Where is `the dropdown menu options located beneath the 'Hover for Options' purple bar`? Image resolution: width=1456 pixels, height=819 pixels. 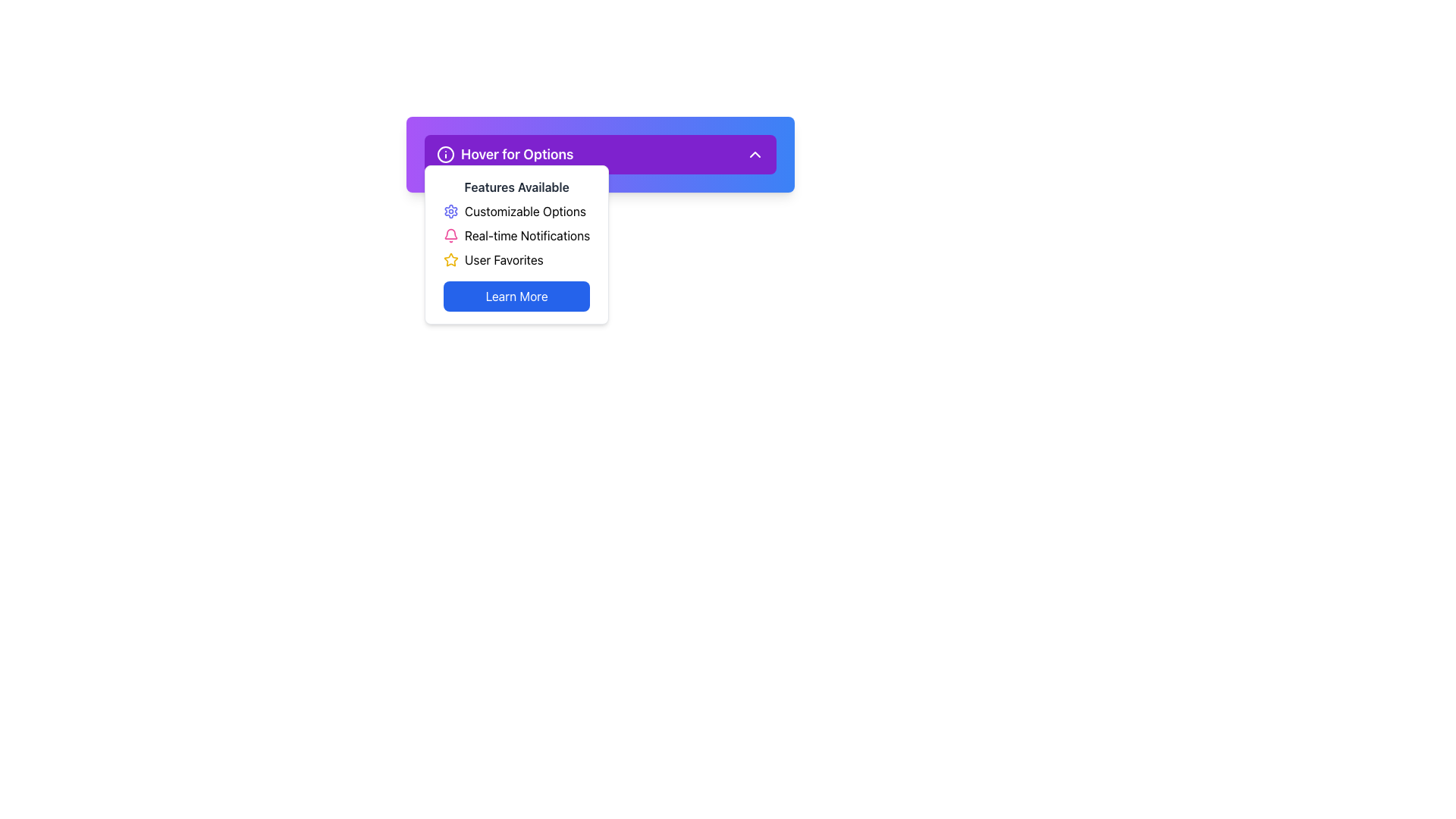 the dropdown menu options located beneath the 'Hover for Options' purple bar is located at coordinates (516, 244).